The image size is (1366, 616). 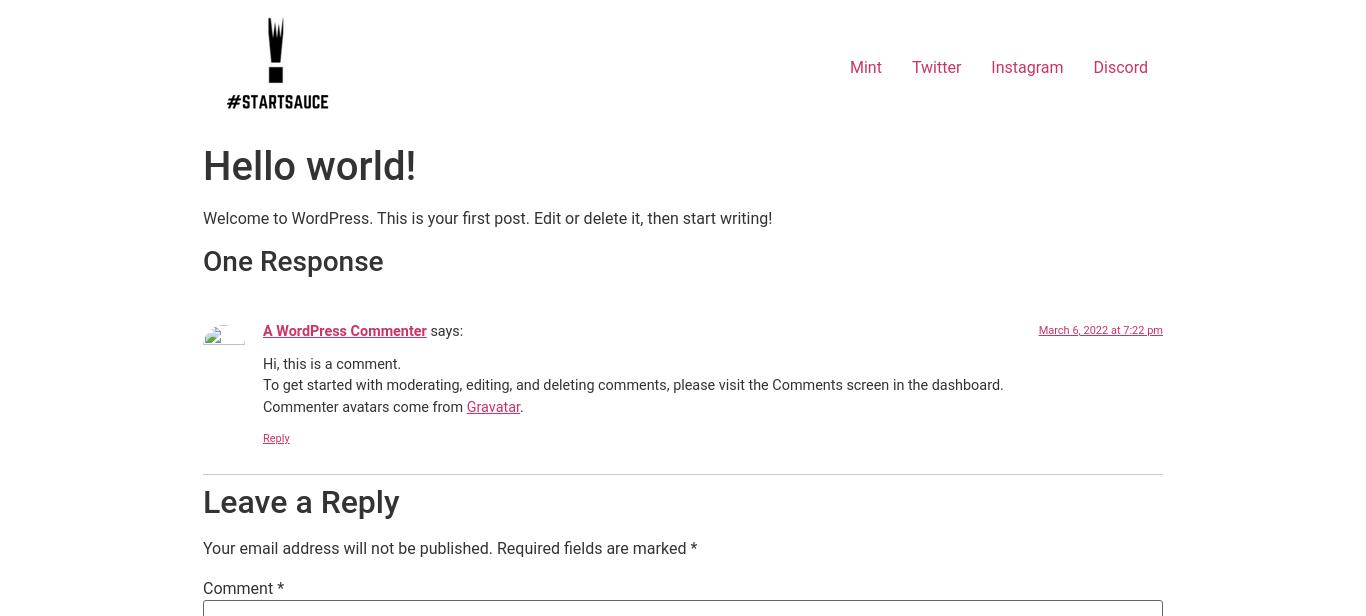 What do you see at coordinates (864, 66) in the screenshot?
I see `'Mint'` at bounding box center [864, 66].